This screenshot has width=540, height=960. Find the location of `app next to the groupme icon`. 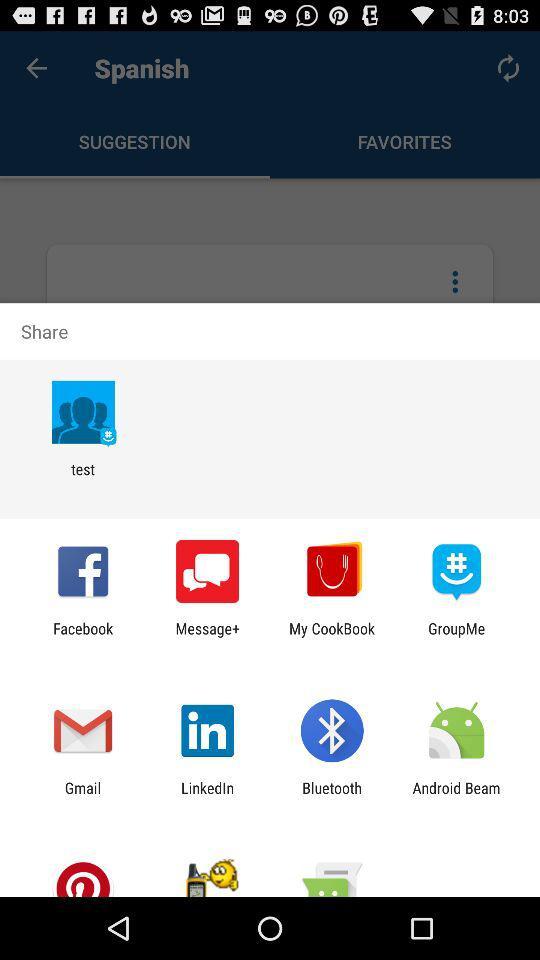

app next to the groupme icon is located at coordinates (332, 636).